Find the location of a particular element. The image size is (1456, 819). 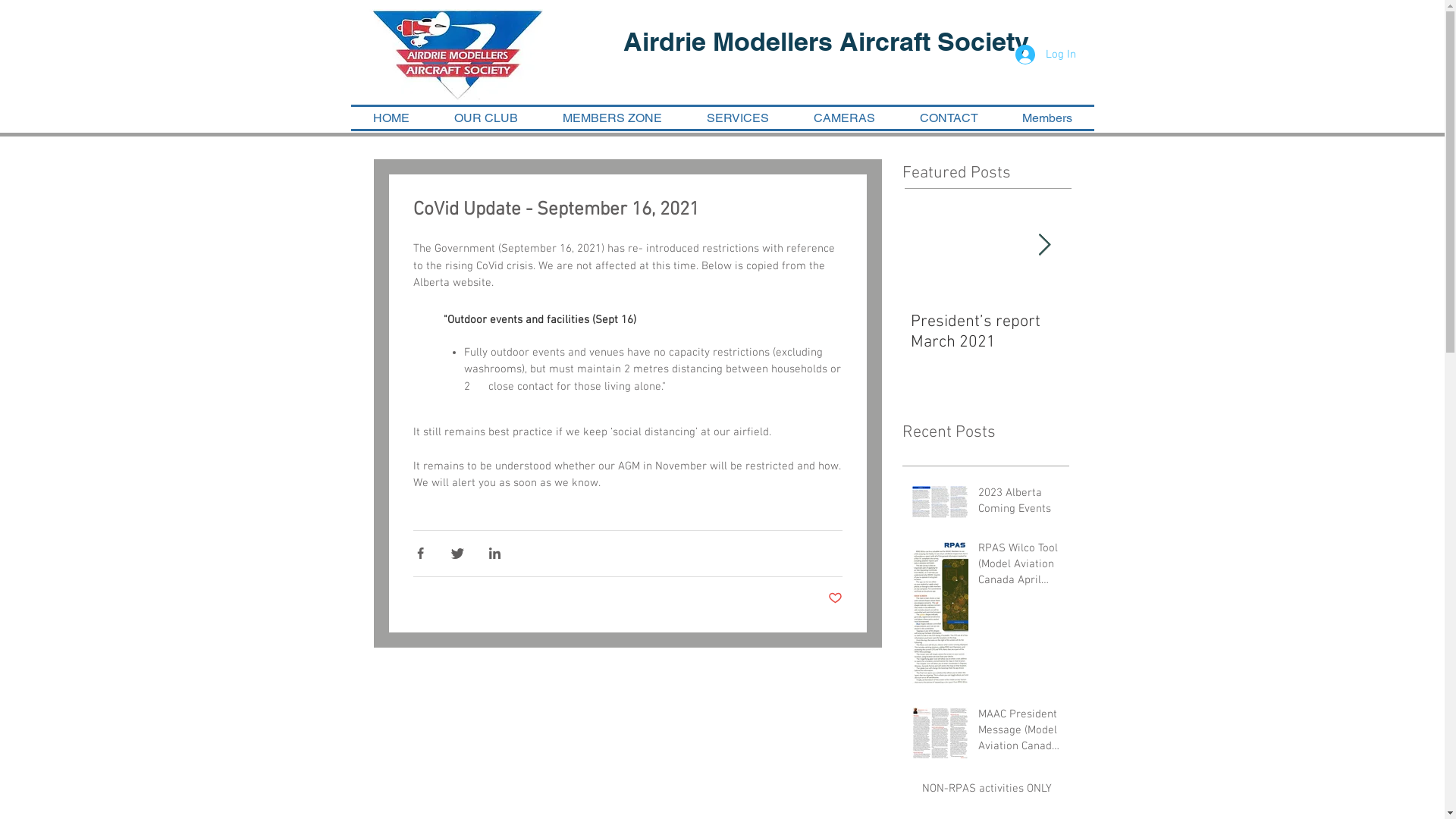

'Log In' is located at coordinates (1043, 54).